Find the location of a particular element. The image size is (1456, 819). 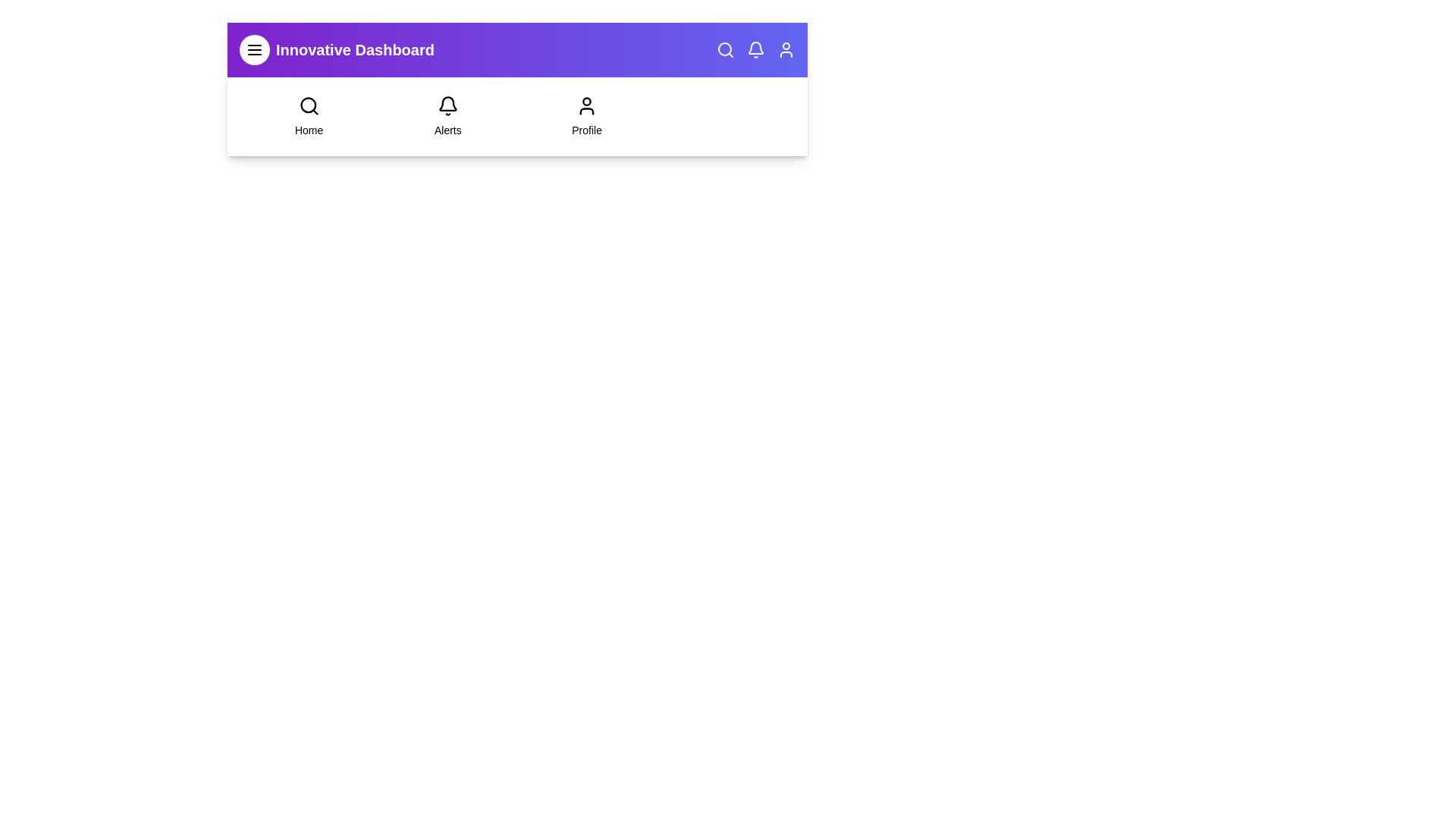

the menu icon to toggle the menu visibility is located at coordinates (255, 49).